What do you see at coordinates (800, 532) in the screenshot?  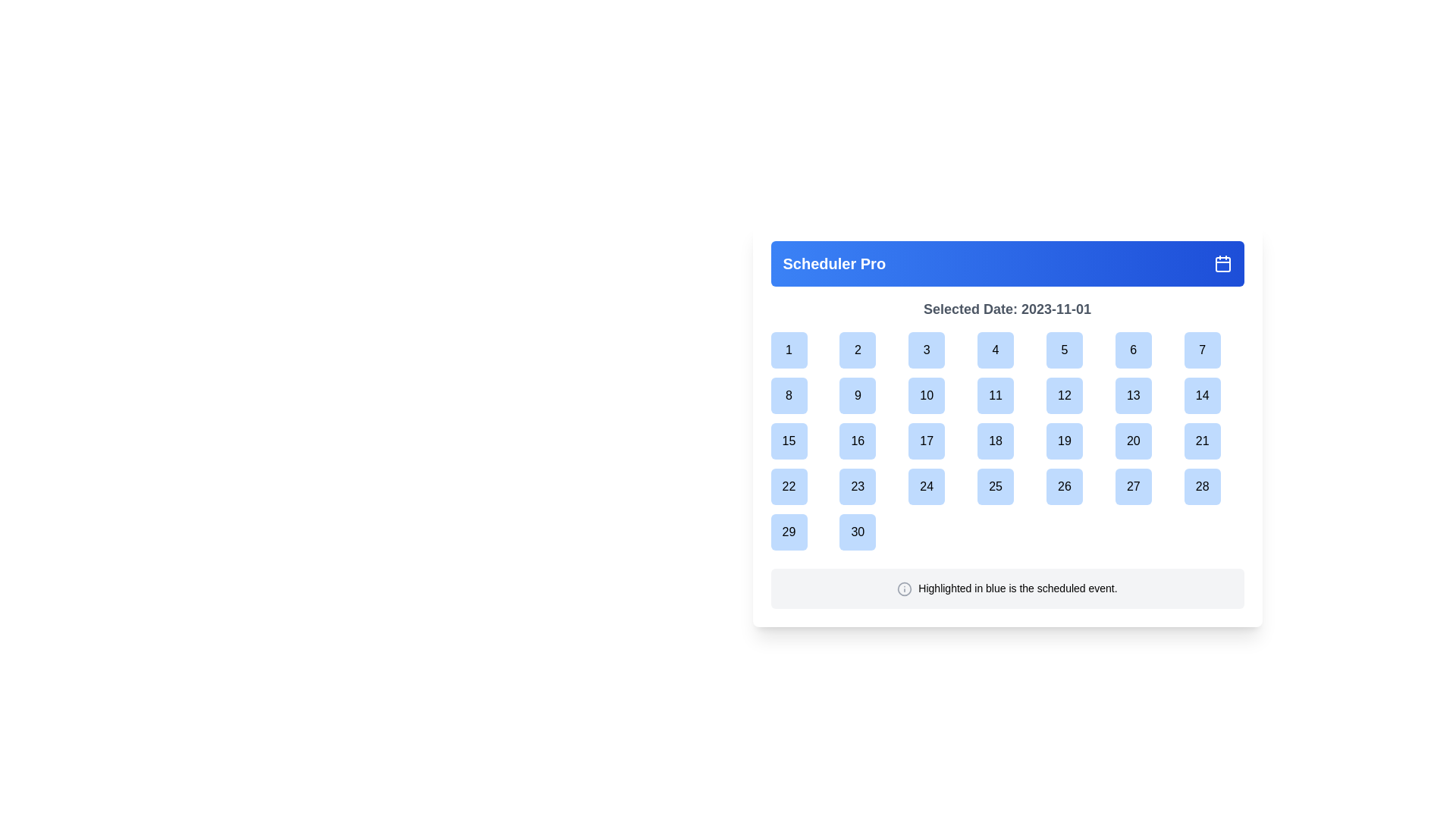 I see `the calendar date cell representing the date '29'` at bounding box center [800, 532].